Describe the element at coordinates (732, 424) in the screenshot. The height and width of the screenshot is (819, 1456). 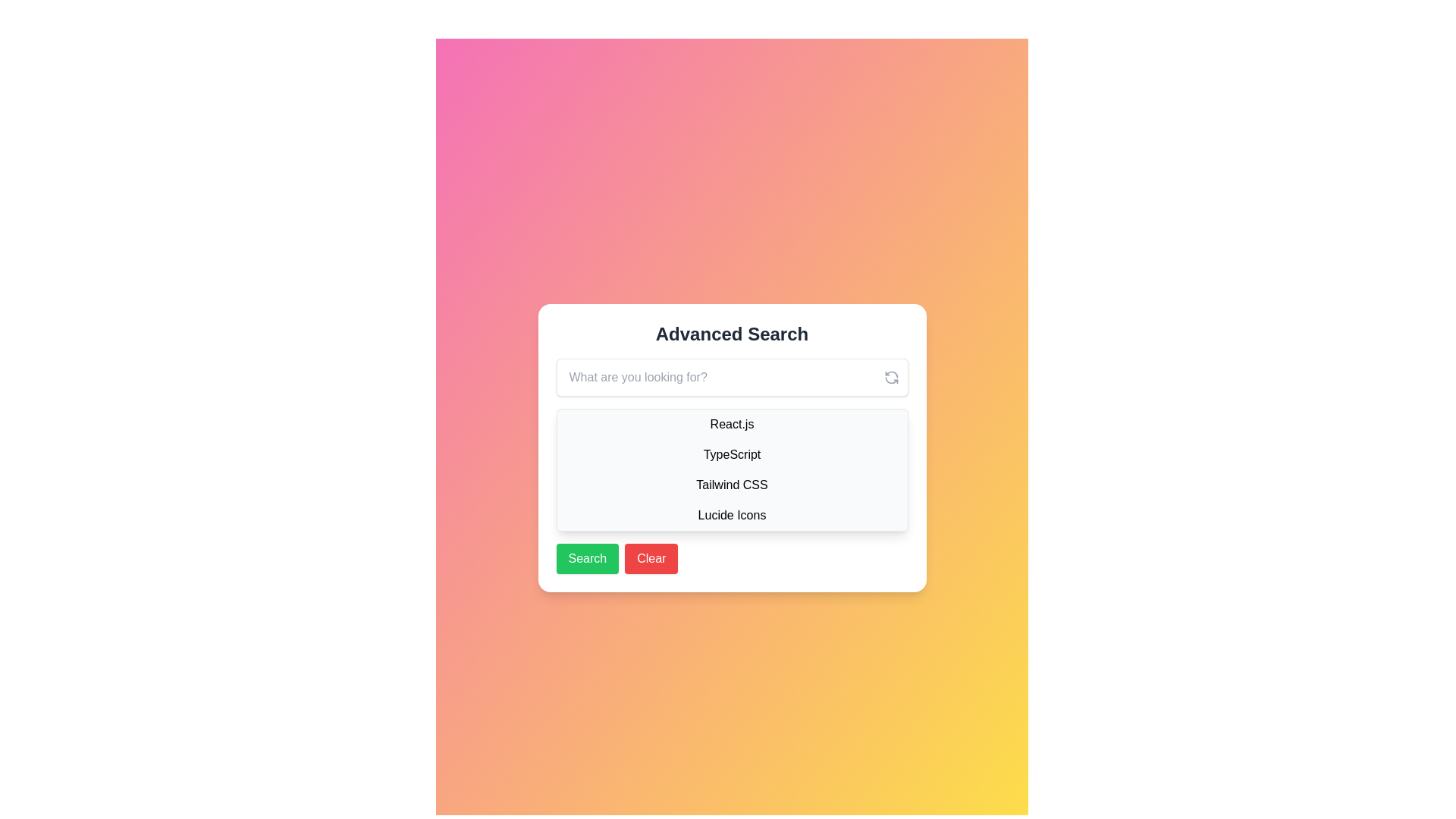
I see `the selectable list item displaying 'React.js'` at that location.